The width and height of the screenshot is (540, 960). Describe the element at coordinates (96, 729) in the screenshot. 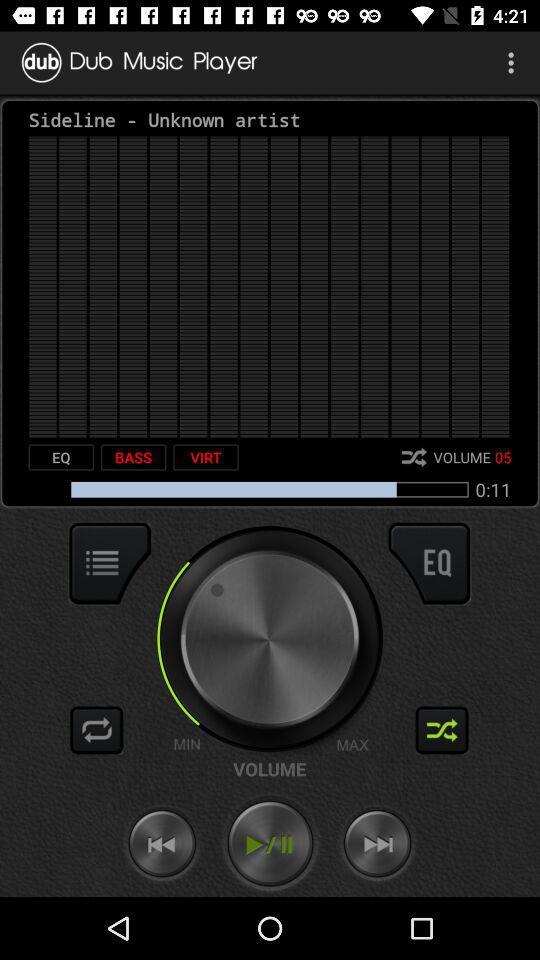

I see `repeat` at that location.